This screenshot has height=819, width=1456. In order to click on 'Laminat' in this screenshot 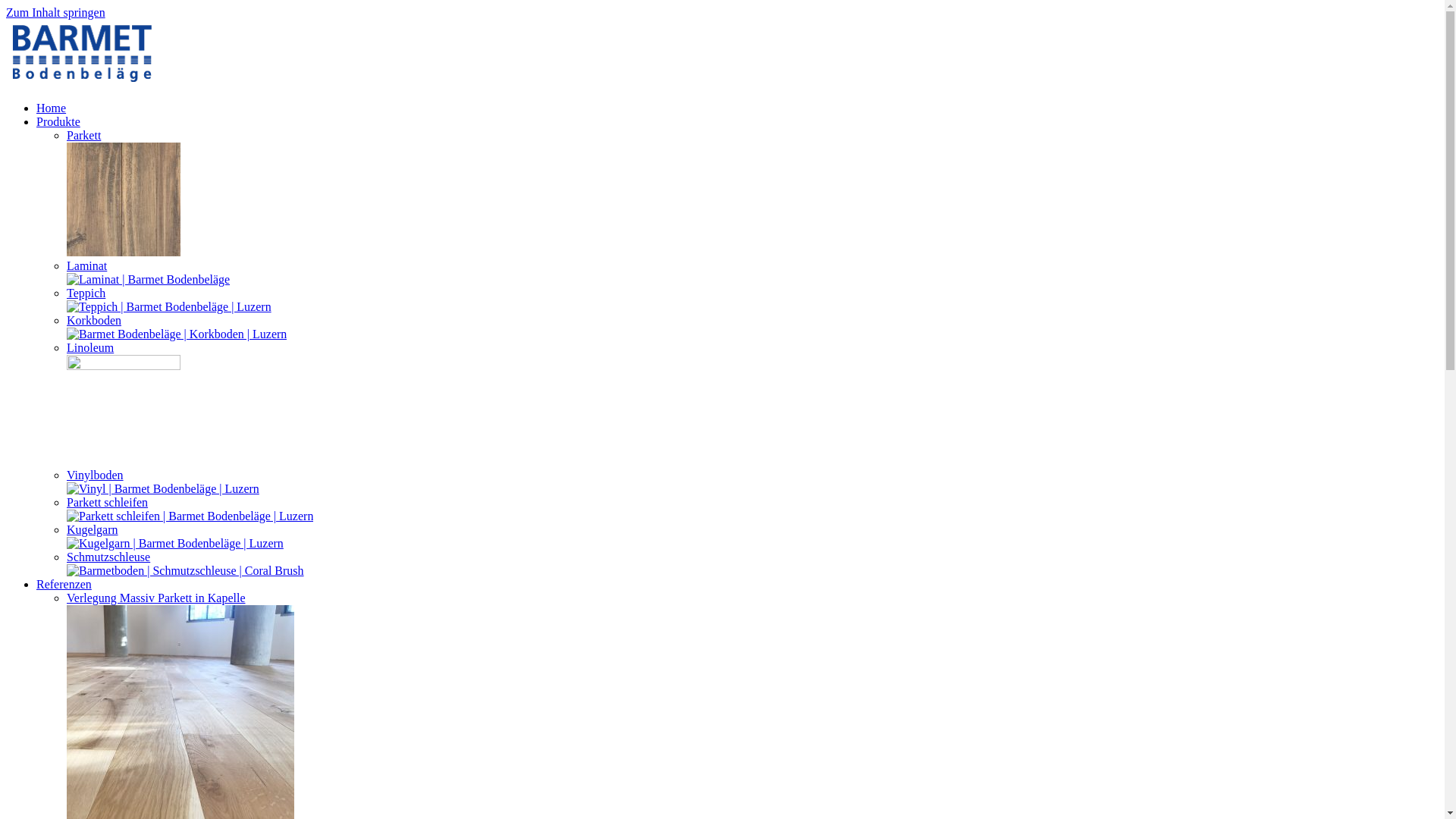, I will do `click(86, 265)`.